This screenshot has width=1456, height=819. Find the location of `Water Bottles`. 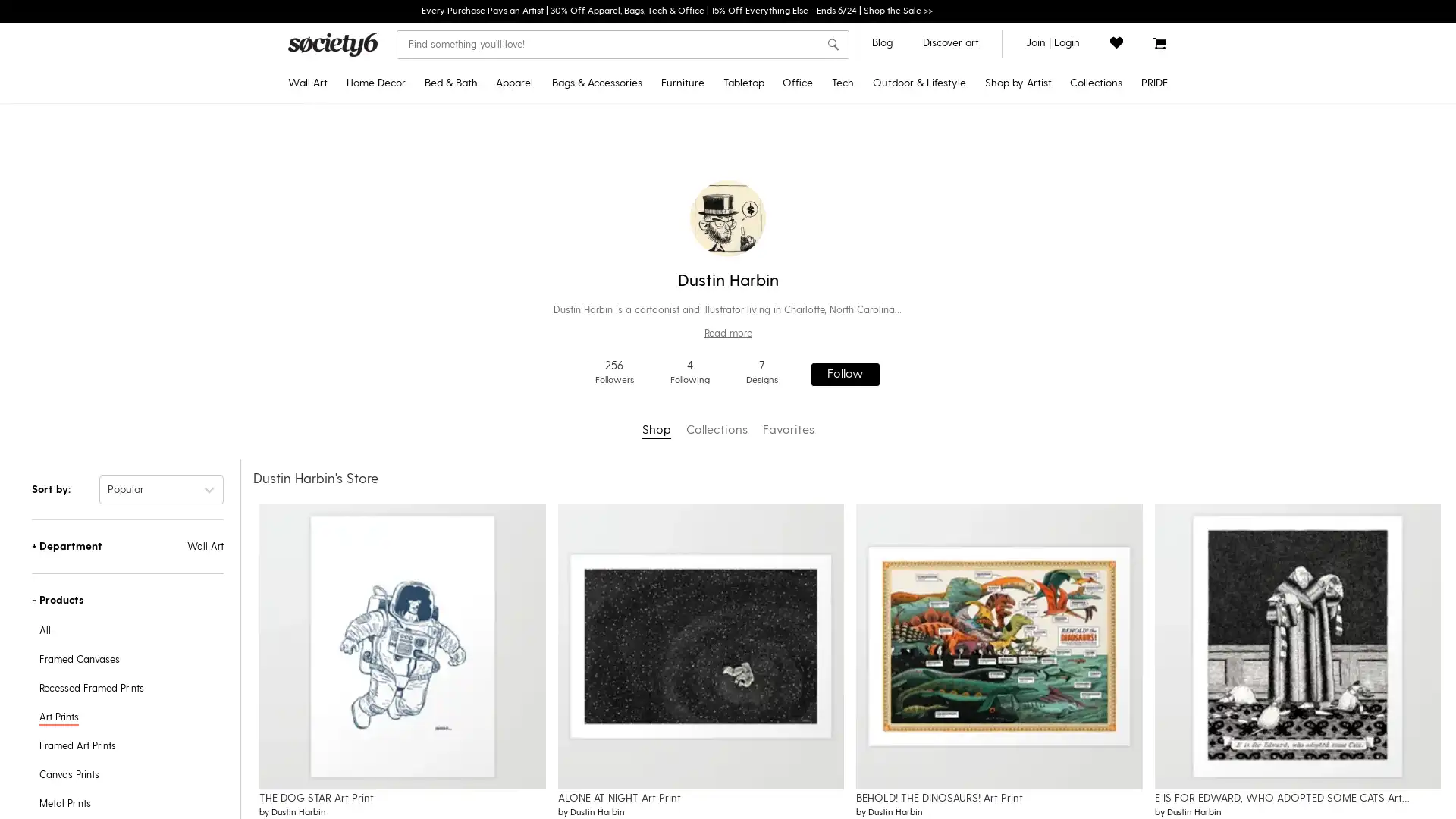

Water Bottles is located at coordinates (939, 195).